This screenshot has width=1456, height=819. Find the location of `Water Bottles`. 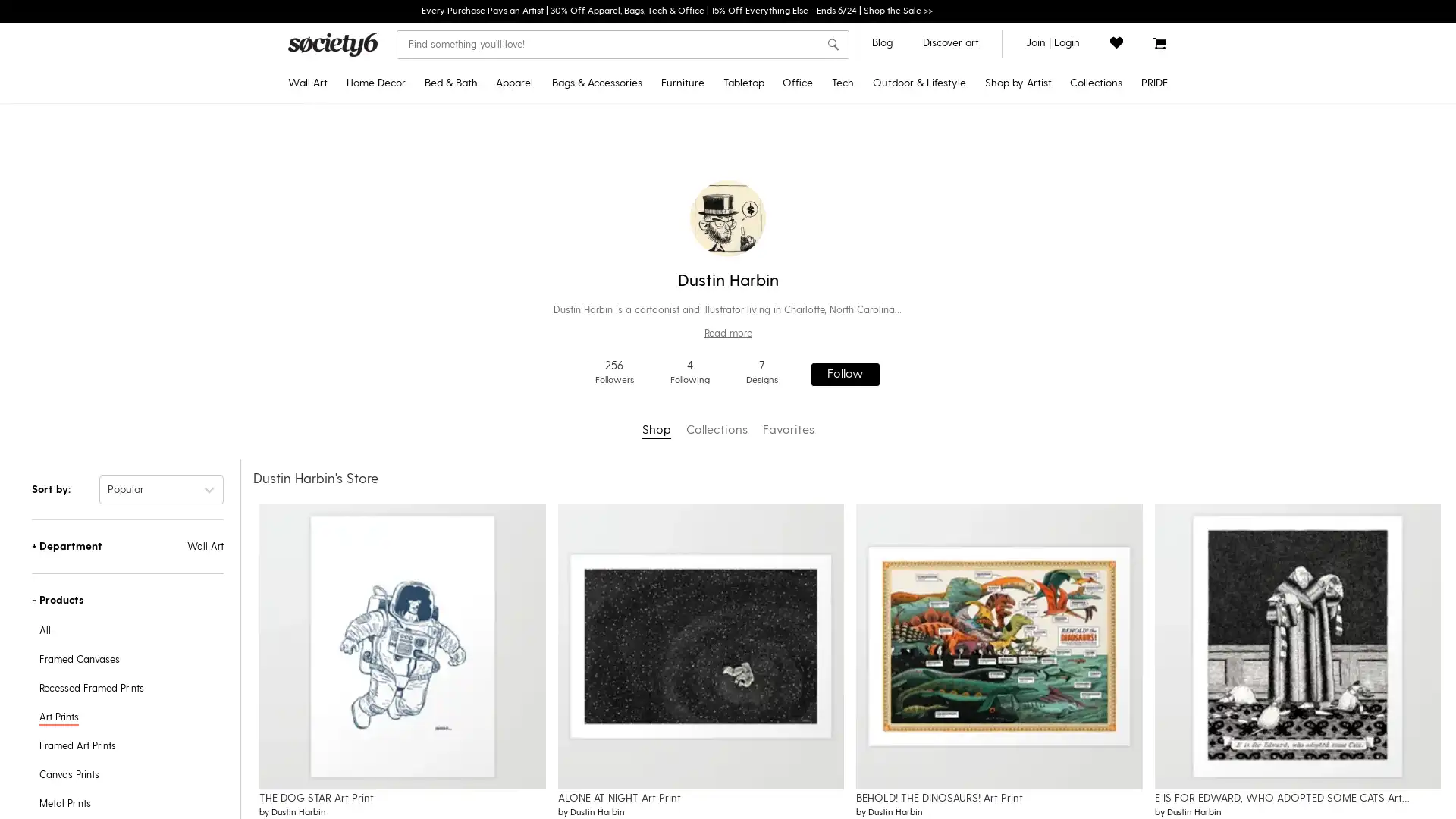

Water Bottles is located at coordinates (939, 195).